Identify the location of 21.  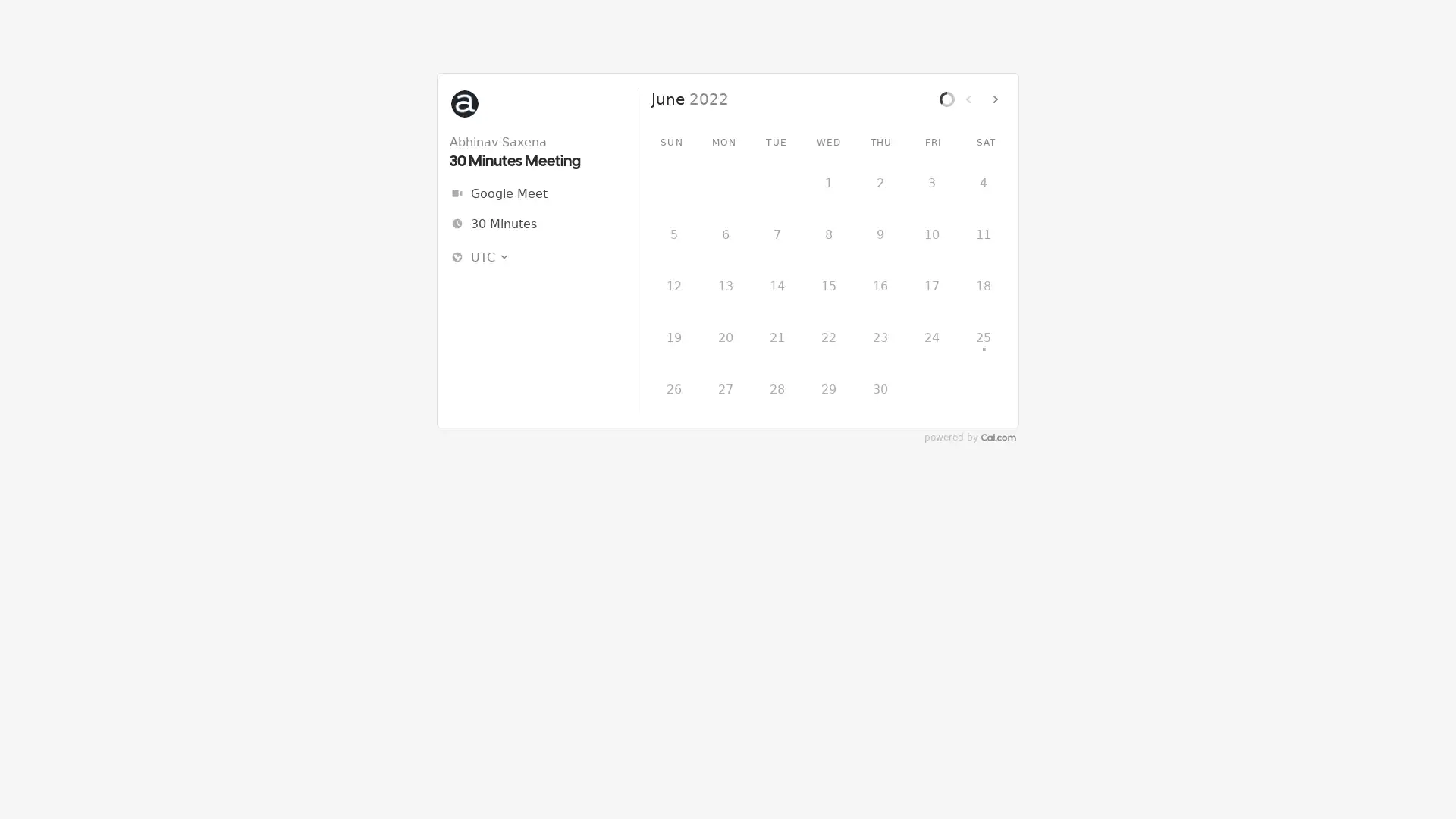
(777, 336).